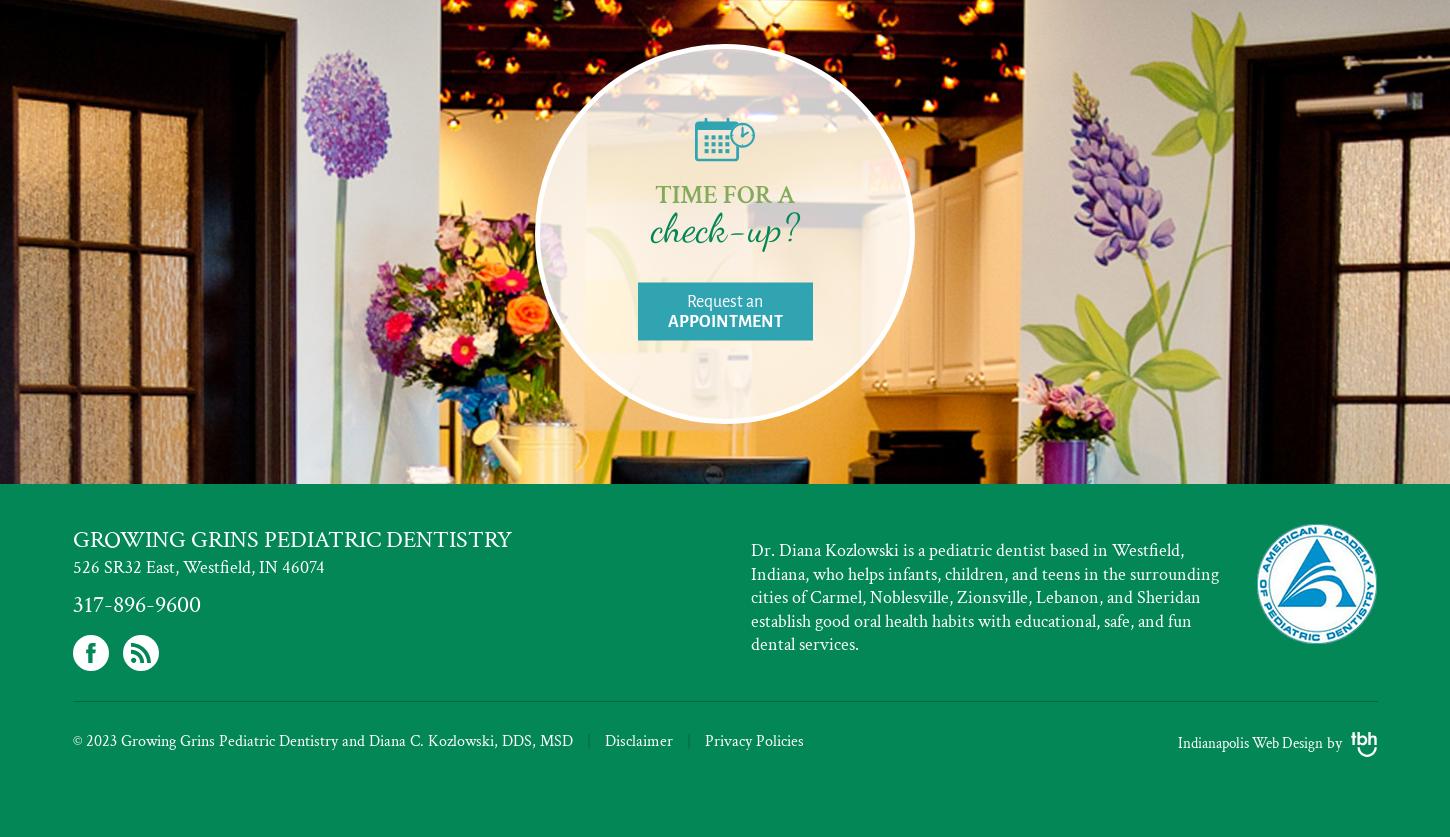 The width and height of the screenshot is (1450, 837). What do you see at coordinates (984, 597) in the screenshot?
I see `'Dr. Diana Kozlowski is a pediatric dentist based in Westfield, Indiana, who helps infants, children, and teens in the surrounding cities of Carmel, Noblesville, Zionsville, Lebanon, and Sheridan establish good oral health habits with educational, safe, and fun dental services.'` at bounding box center [984, 597].